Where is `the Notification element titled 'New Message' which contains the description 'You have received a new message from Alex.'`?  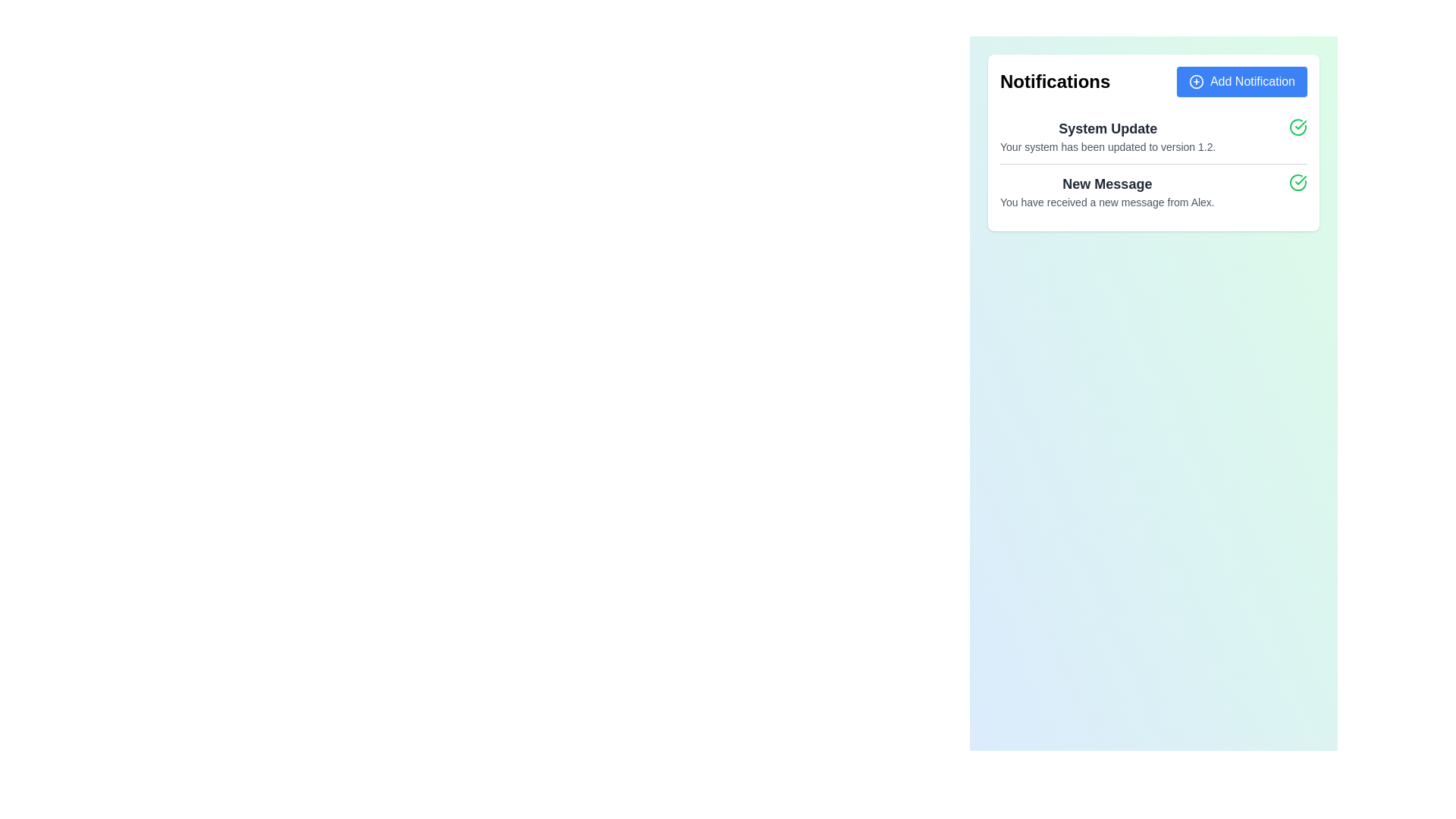 the Notification element titled 'New Message' which contains the description 'You have received a new message from Alex.' is located at coordinates (1153, 190).